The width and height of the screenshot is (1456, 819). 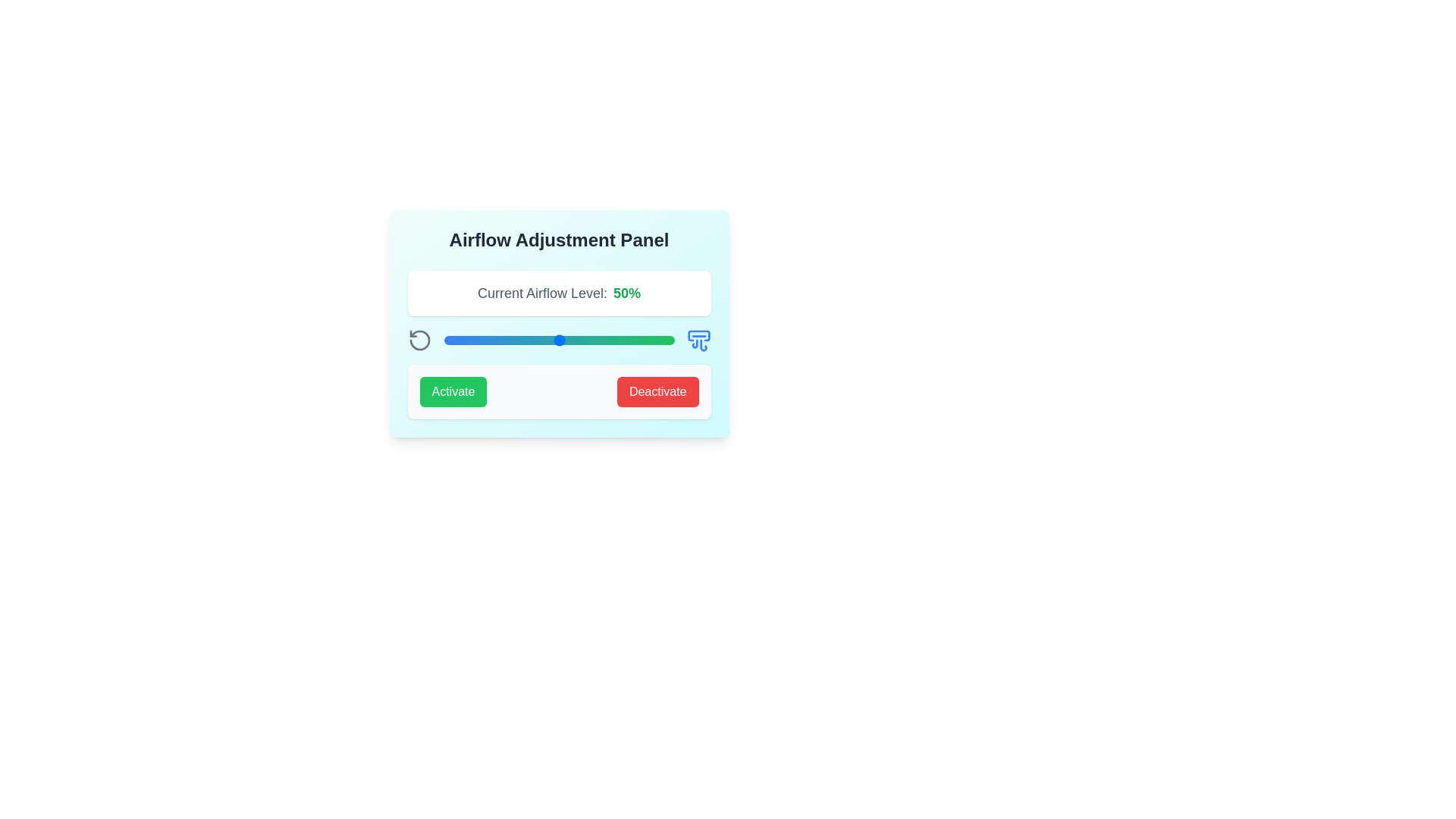 I want to click on the airflow level to 15% by moving the slider, so click(x=478, y=339).